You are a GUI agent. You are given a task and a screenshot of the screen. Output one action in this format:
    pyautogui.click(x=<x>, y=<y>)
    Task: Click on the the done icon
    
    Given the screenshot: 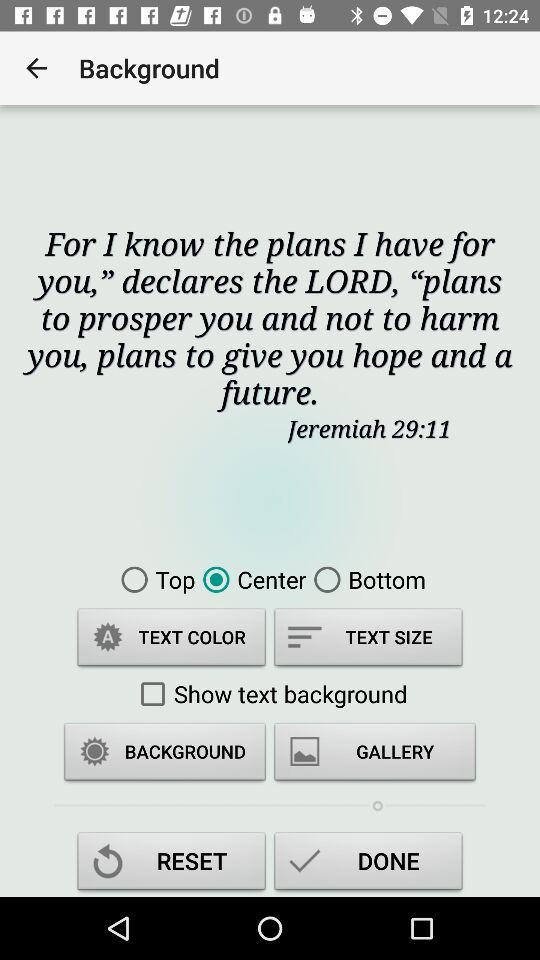 What is the action you would take?
    pyautogui.click(x=367, y=863)
    